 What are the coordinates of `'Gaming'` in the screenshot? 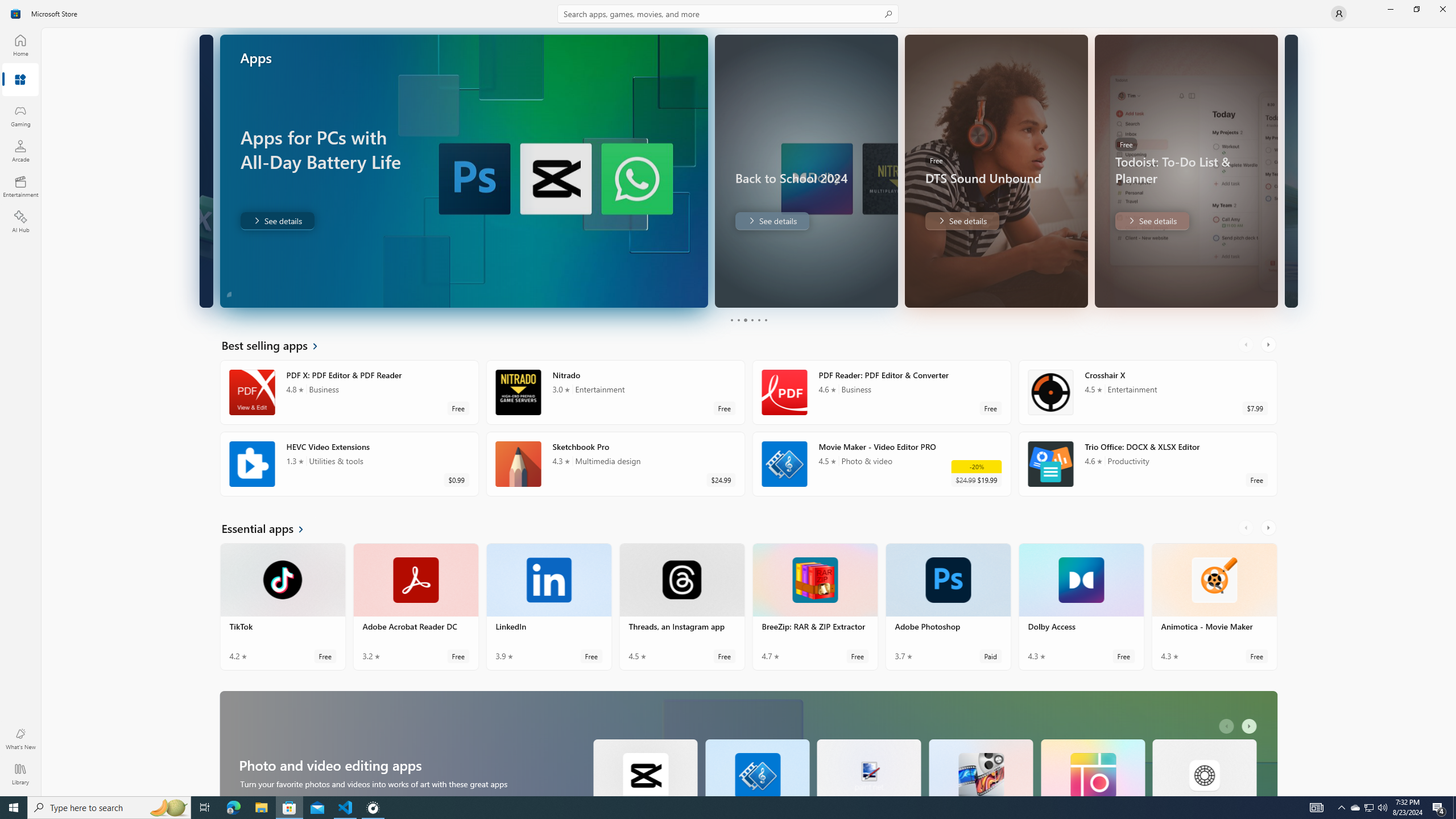 It's located at (19, 115).